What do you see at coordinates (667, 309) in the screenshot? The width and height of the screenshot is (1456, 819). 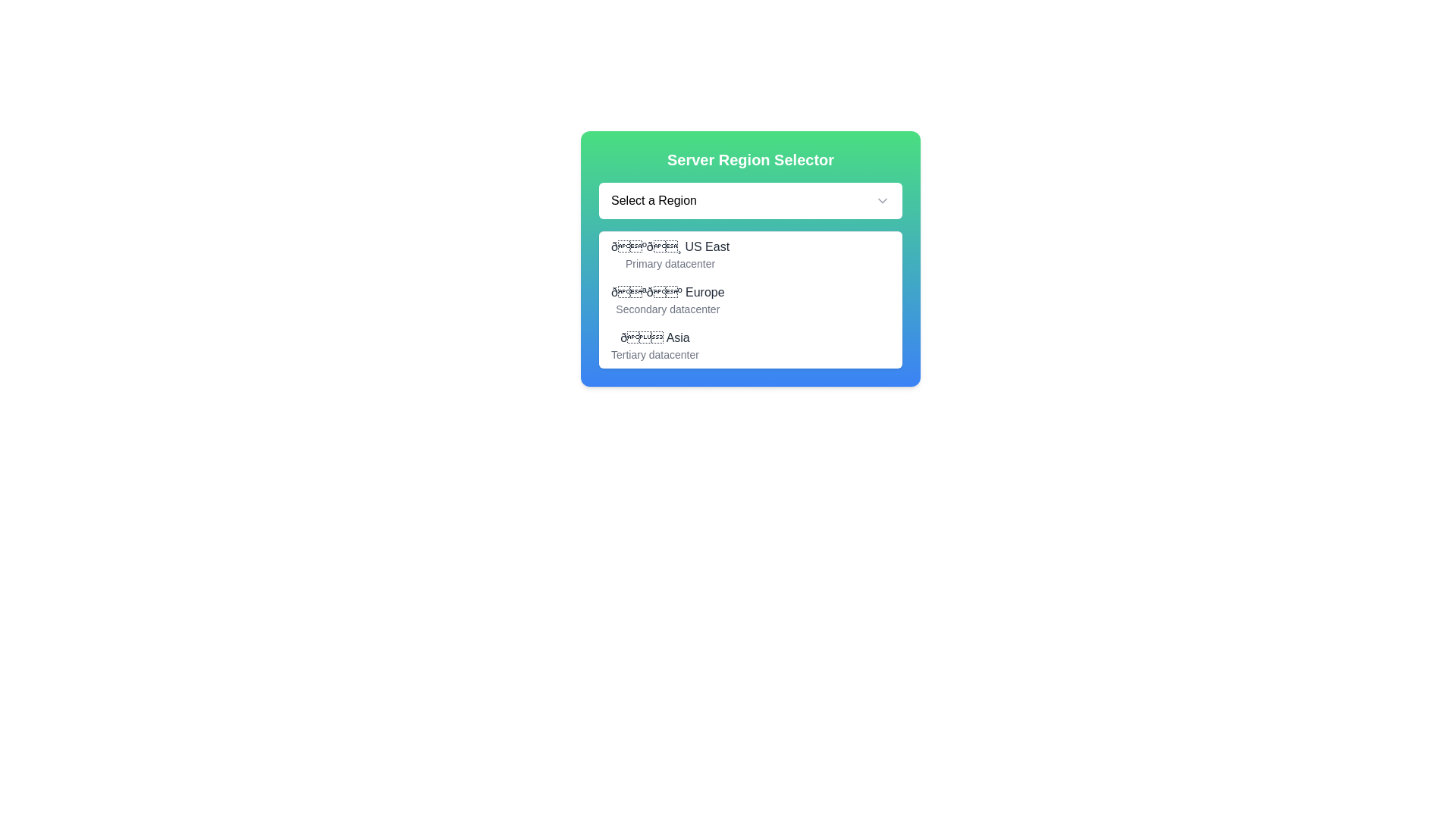 I see `the Text label providing additional information about the server region 'Europe,' located under the header 'Server Region Selector.'` at bounding box center [667, 309].